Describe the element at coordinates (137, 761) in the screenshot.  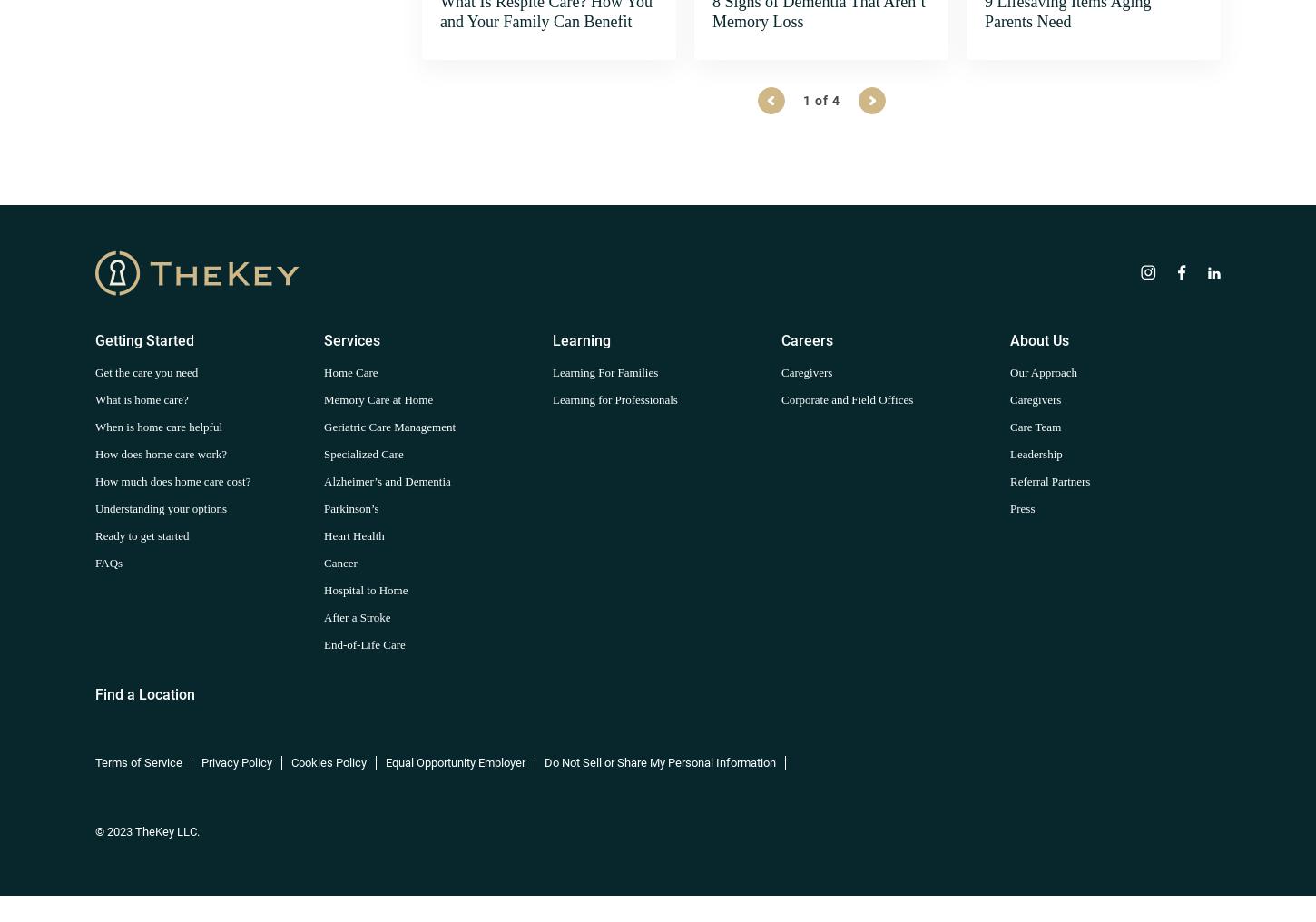
I see `'Terms of Service'` at that location.